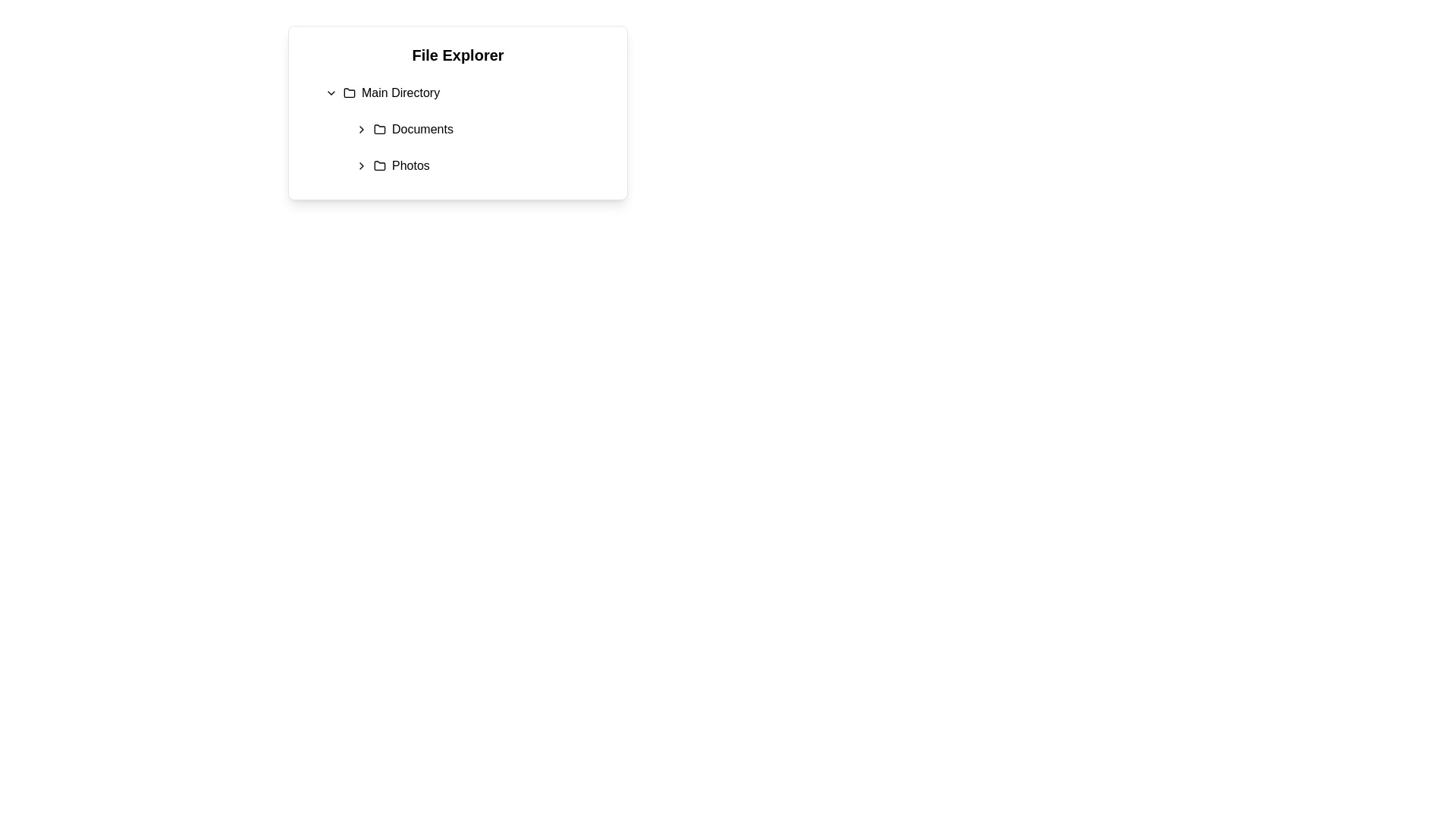 The width and height of the screenshot is (1456, 819). I want to click on the third clickable list item labeled 'Photos' in the file directory interface, so click(401, 166).